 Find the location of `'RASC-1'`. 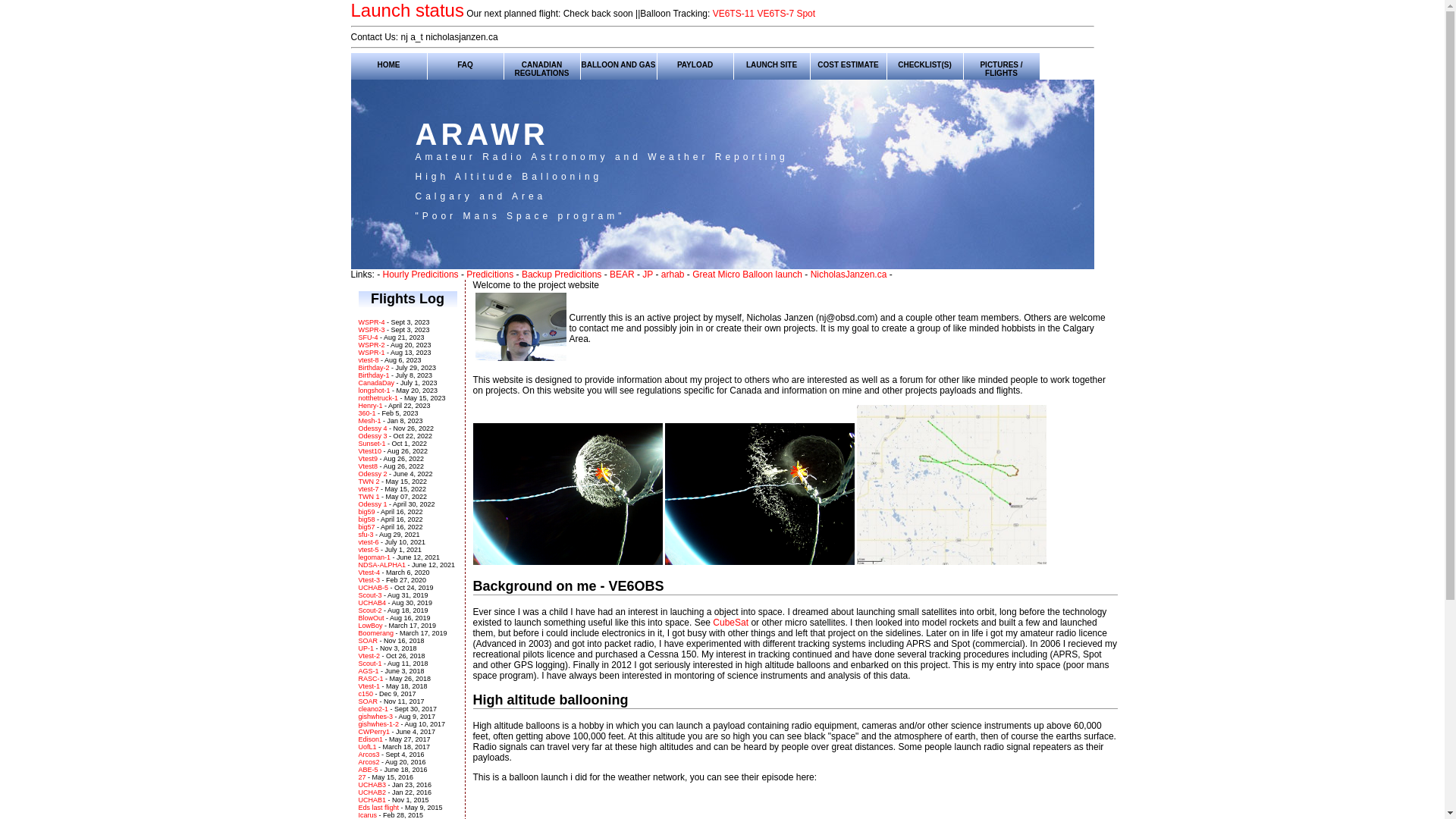

'RASC-1' is located at coordinates (370, 677).